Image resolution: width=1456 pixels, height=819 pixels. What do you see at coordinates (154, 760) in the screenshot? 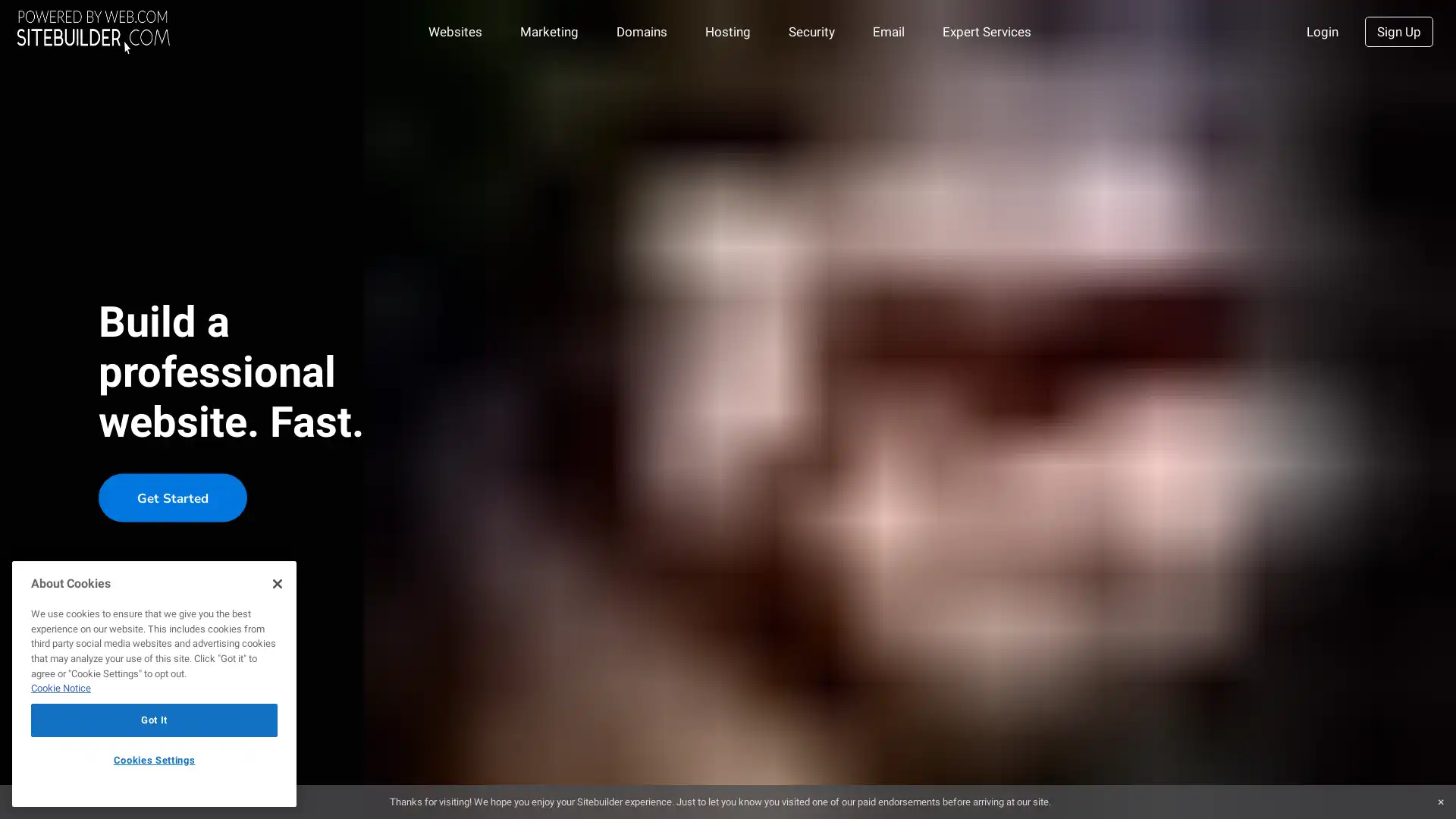
I see `Cookies Settings` at bounding box center [154, 760].